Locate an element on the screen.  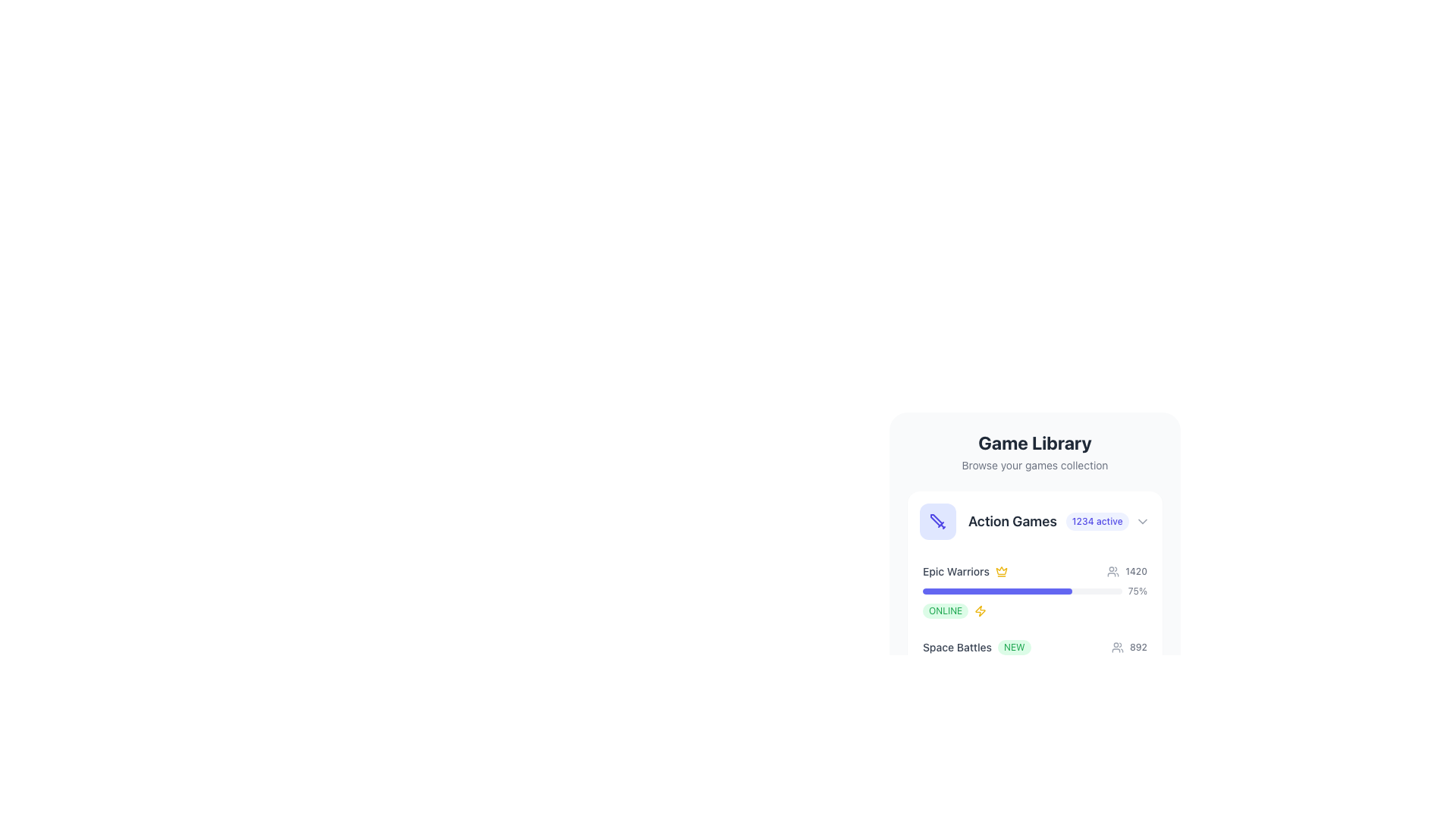
the static text display indicating the number of players or members associated with 'Epic Warriors', located to the right of the group icon is located at coordinates (1127, 571).